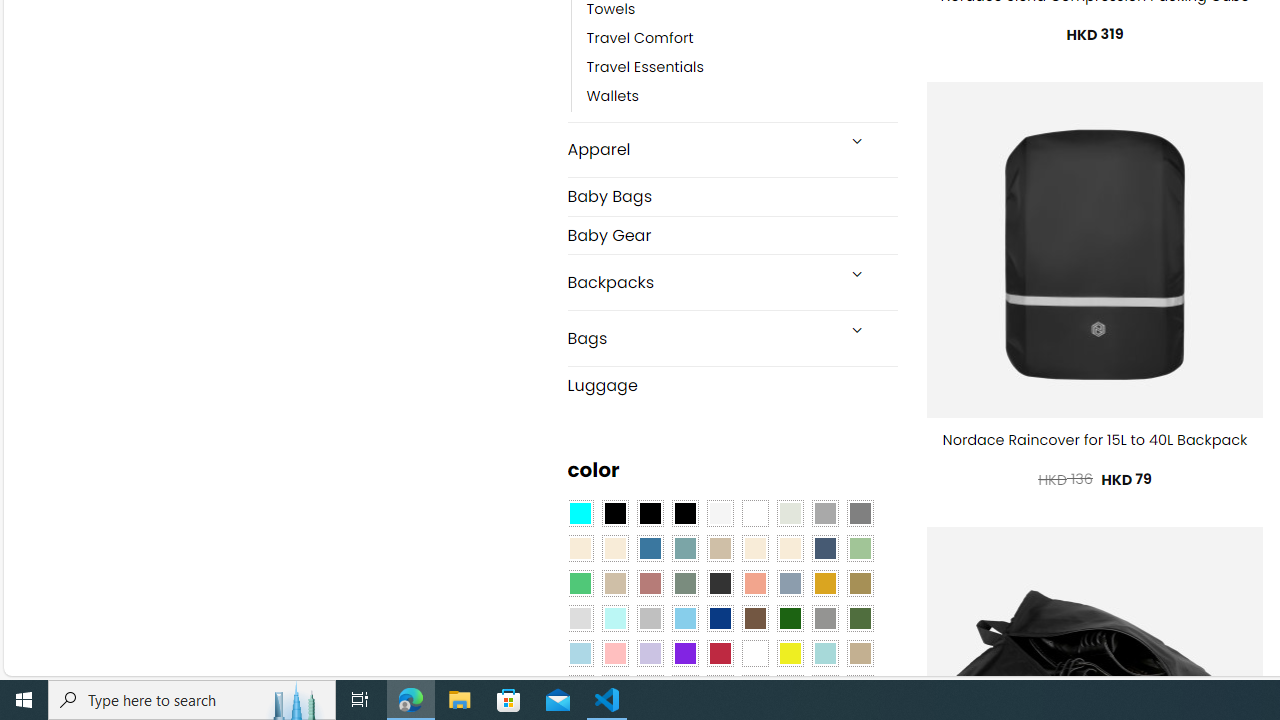 This screenshot has width=1280, height=720. Describe the element at coordinates (684, 549) in the screenshot. I see `'Blue Sage'` at that location.